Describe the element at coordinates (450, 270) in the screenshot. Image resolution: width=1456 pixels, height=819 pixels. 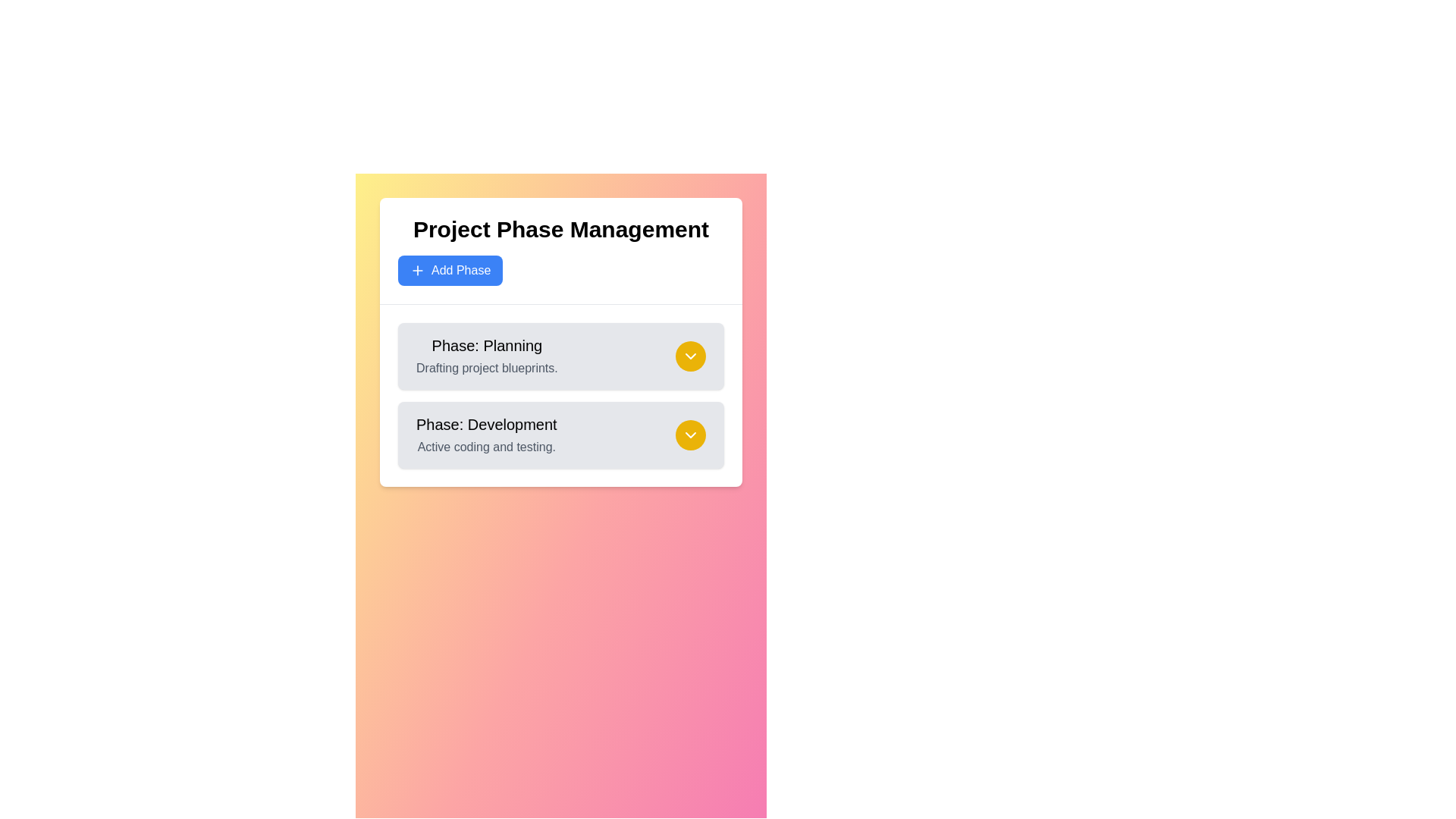
I see `the rectangular button with a blue background labeled 'Add Phase'` at that location.